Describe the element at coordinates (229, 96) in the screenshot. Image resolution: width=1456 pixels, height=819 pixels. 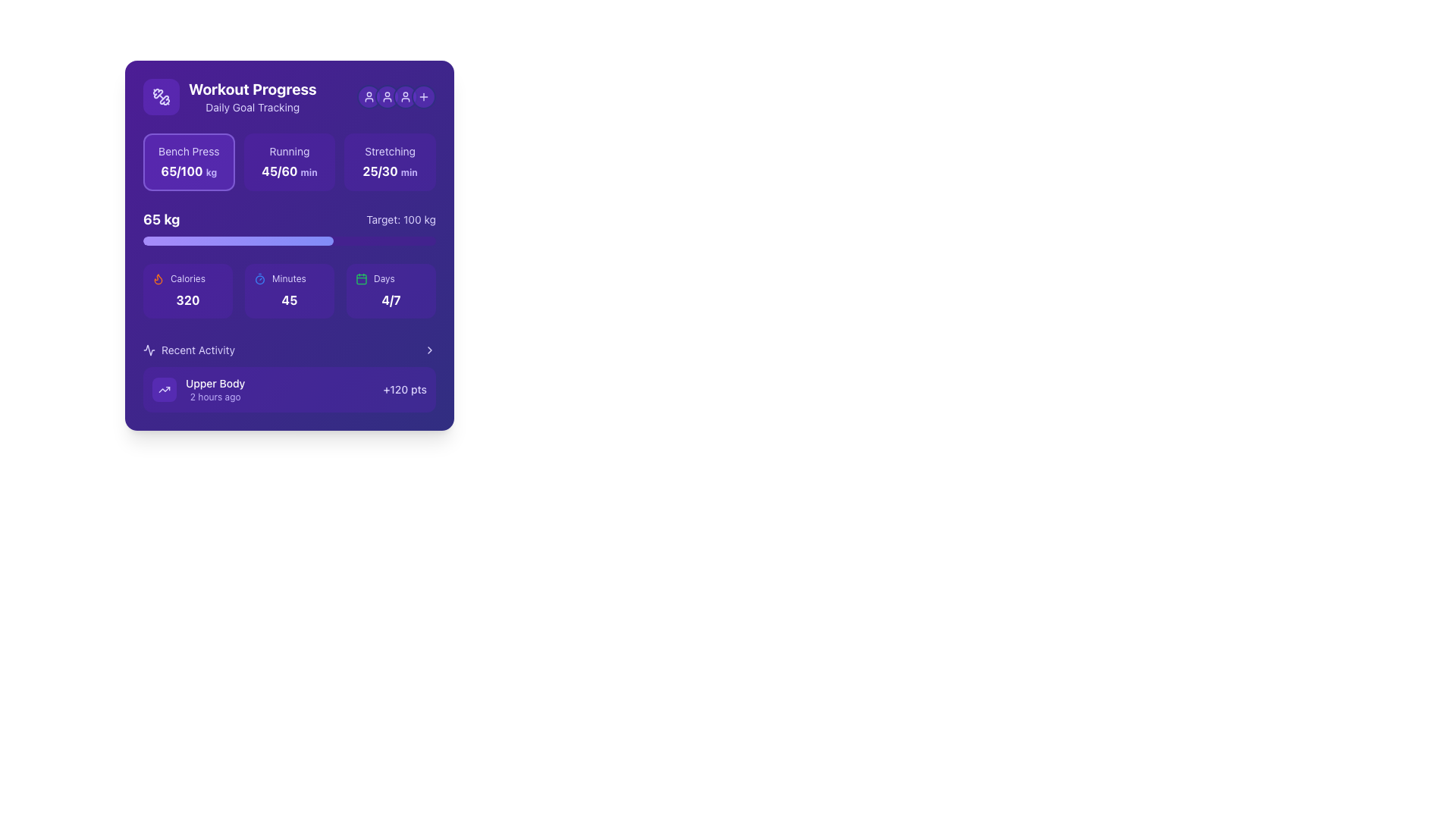
I see `the section header with a purple background, featuring the text 'Workout Progress' in bold white and 'Daily Goal Tracking' in smaller purple text, along with a dumbbell icon, located at the top-left of the main card` at that location.